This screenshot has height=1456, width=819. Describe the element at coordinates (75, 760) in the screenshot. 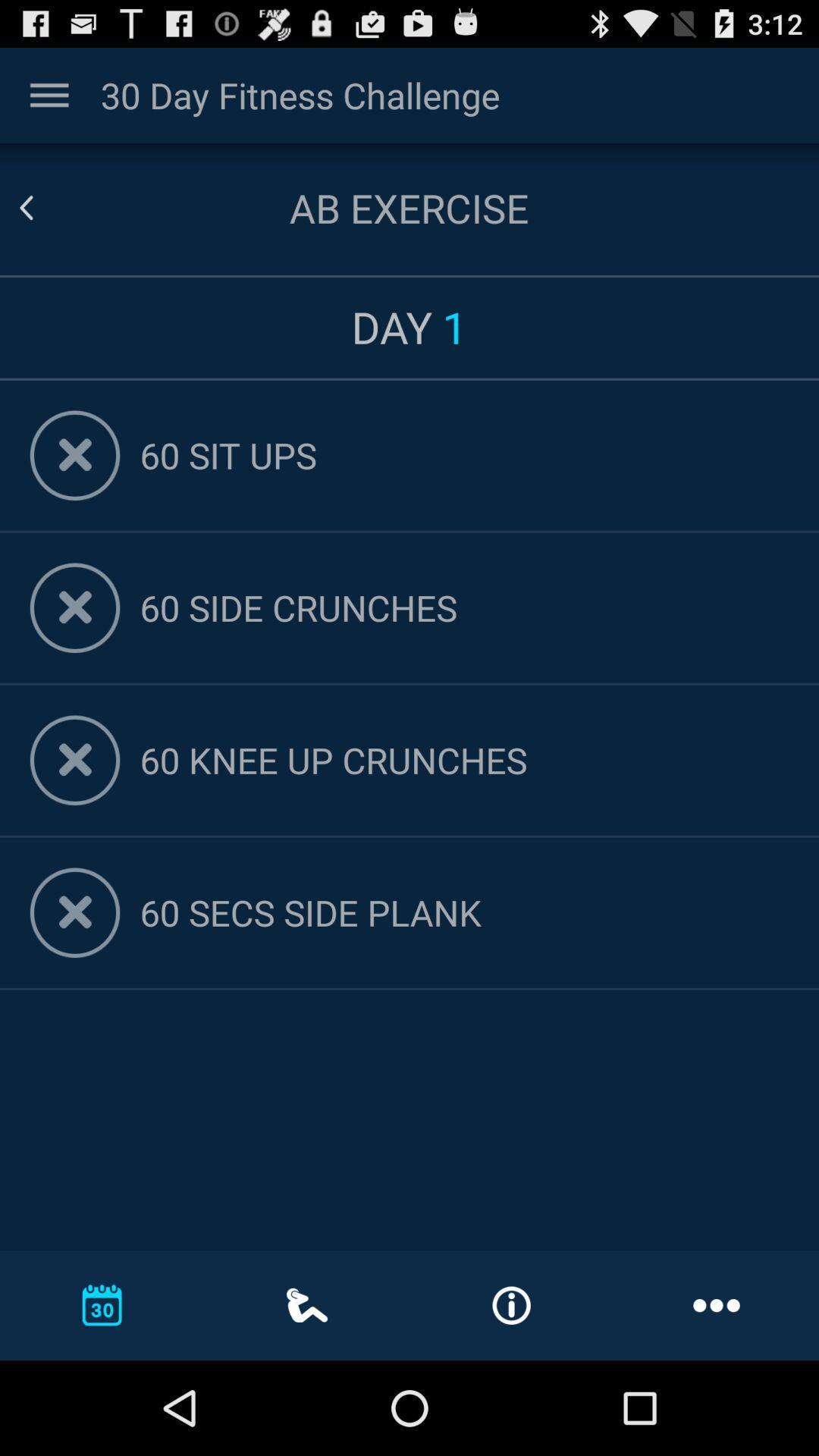

I see `remove exercise` at that location.